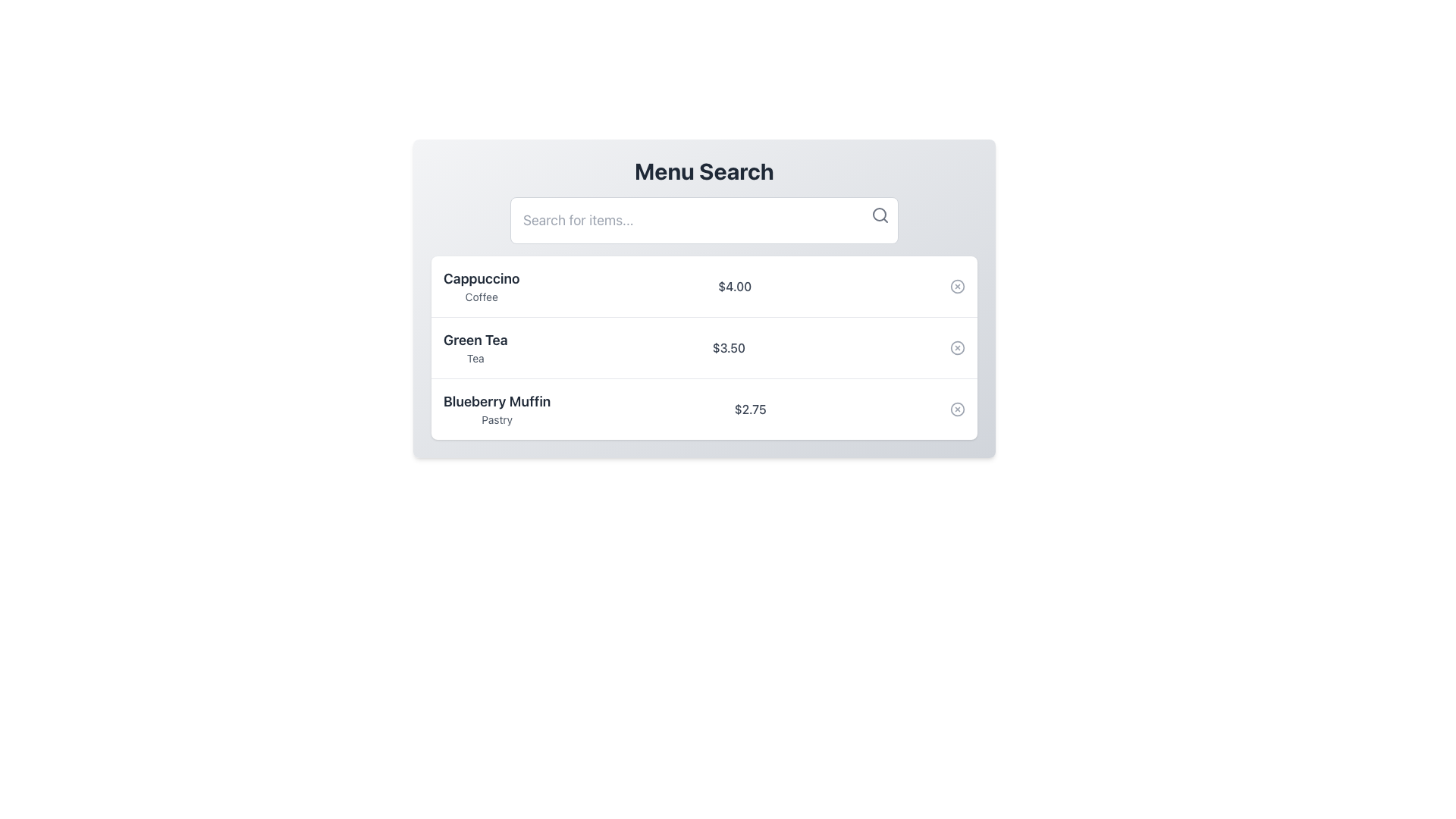  I want to click on the Text Label that displays 'Green Tea' and 'Tea', which is the second item in the list, so click(475, 348).